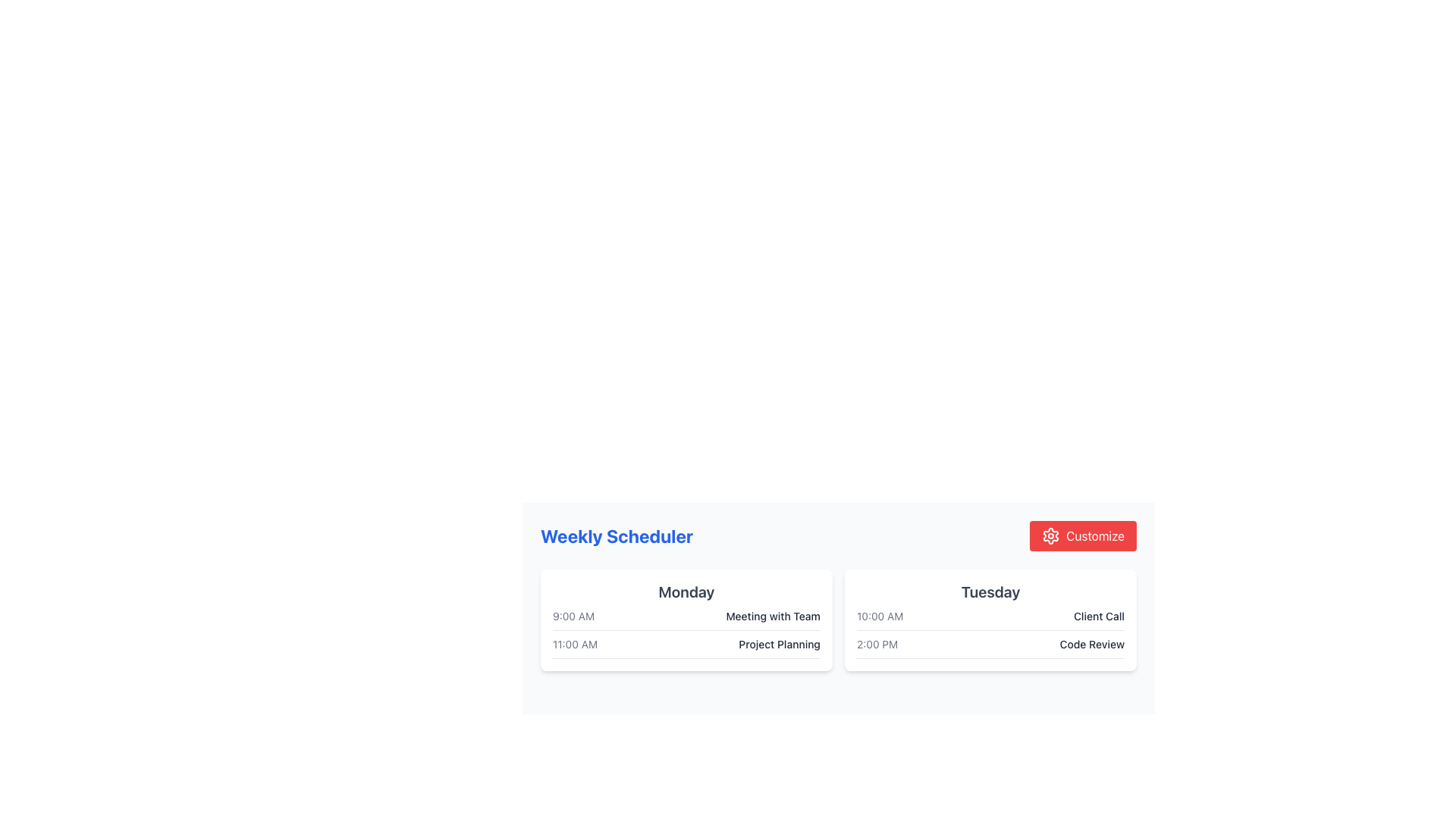 Image resolution: width=1456 pixels, height=819 pixels. Describe the element at coordinates (1092, 644) in the screenshot. I see `the text label that represents the event or task scheduled at 2:00 PM, located on the right-hand side card under the 'Tuesday' heading in the scheduler interface` at that location.